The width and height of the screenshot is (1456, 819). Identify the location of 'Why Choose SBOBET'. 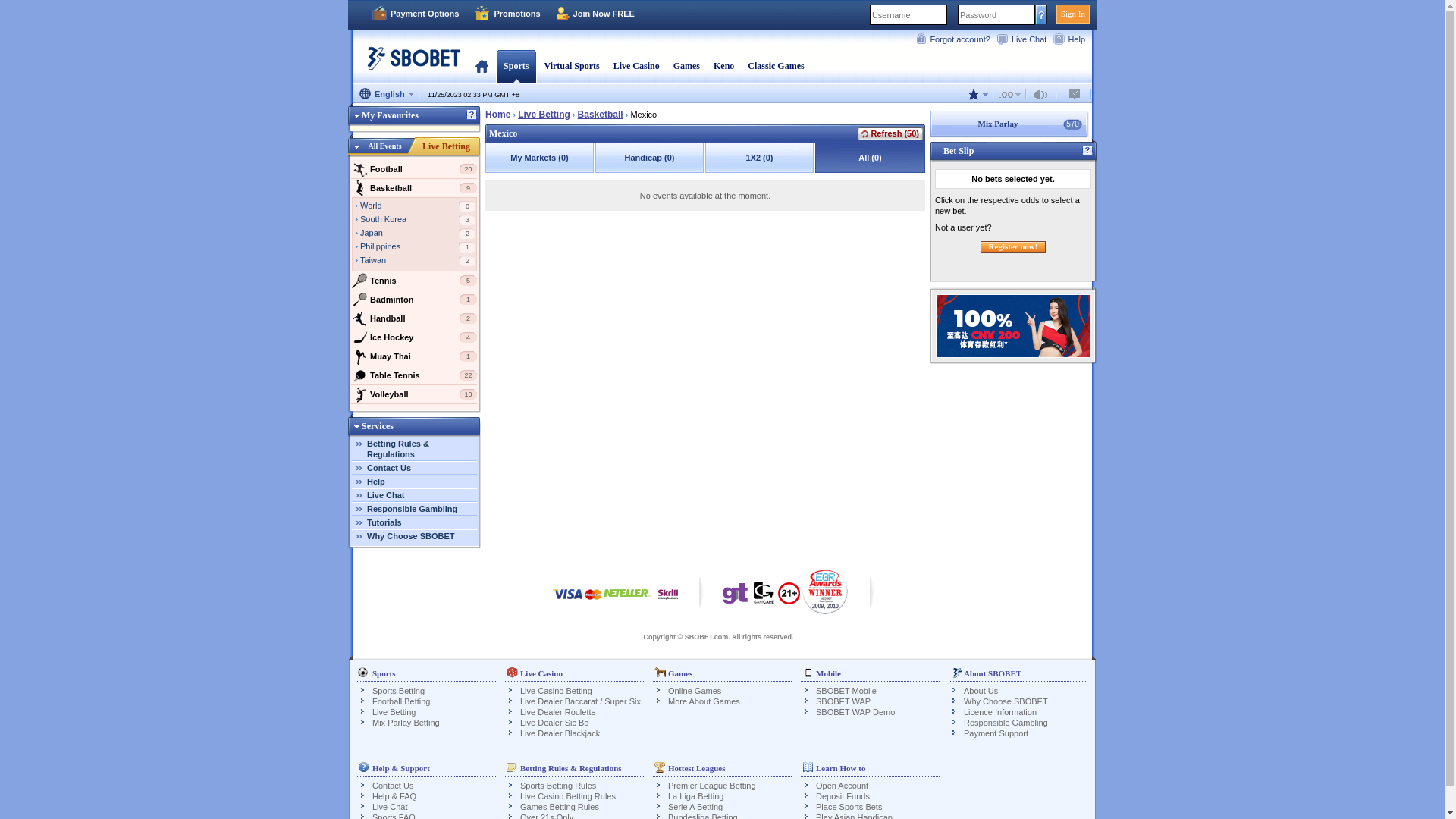
(411, 535).